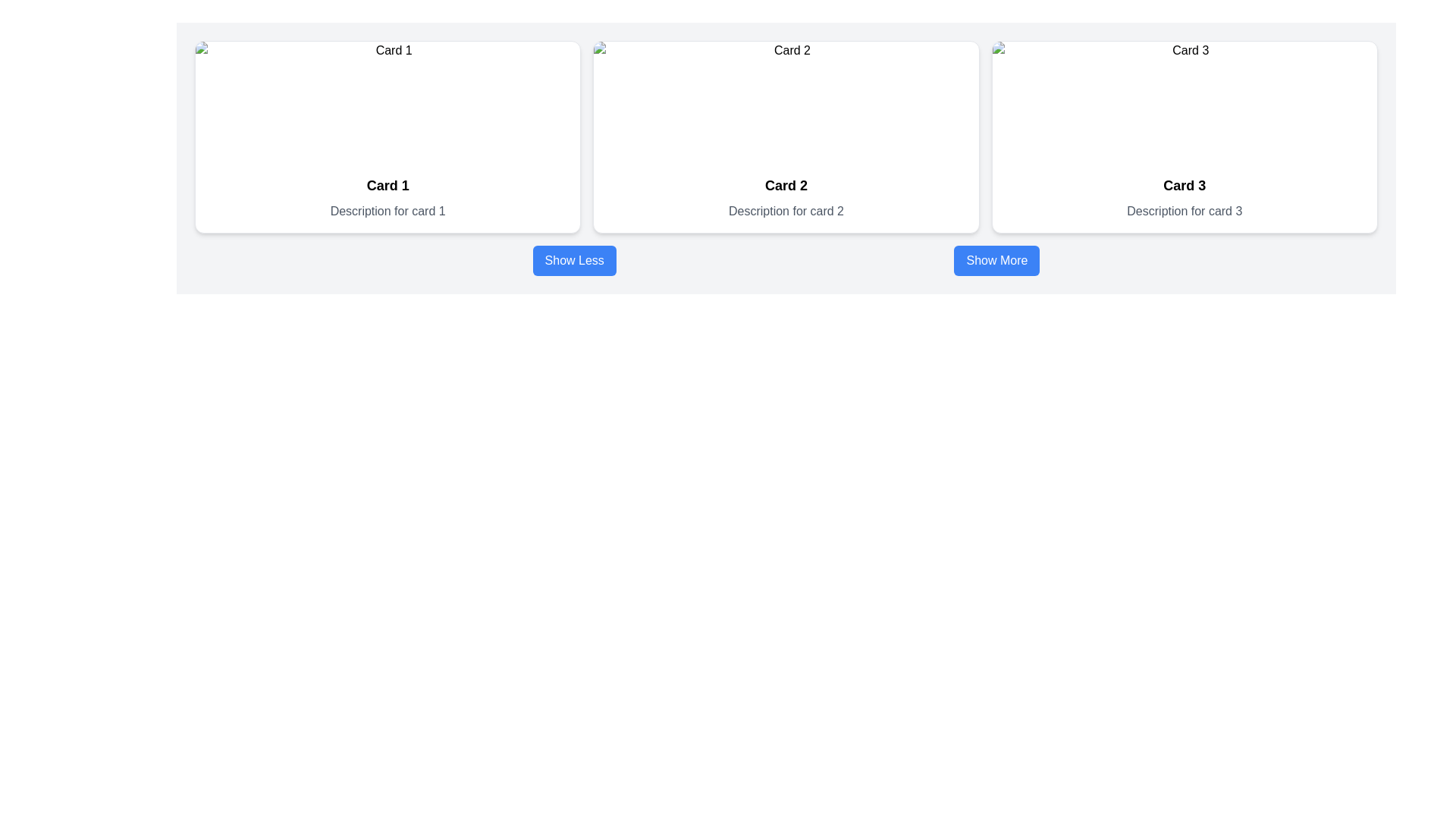  I want to click on the image element serving as a thumbnail for 'Card 2' located at the top of the second card in a horizontally arranged group of three cards, so click(786, 102).